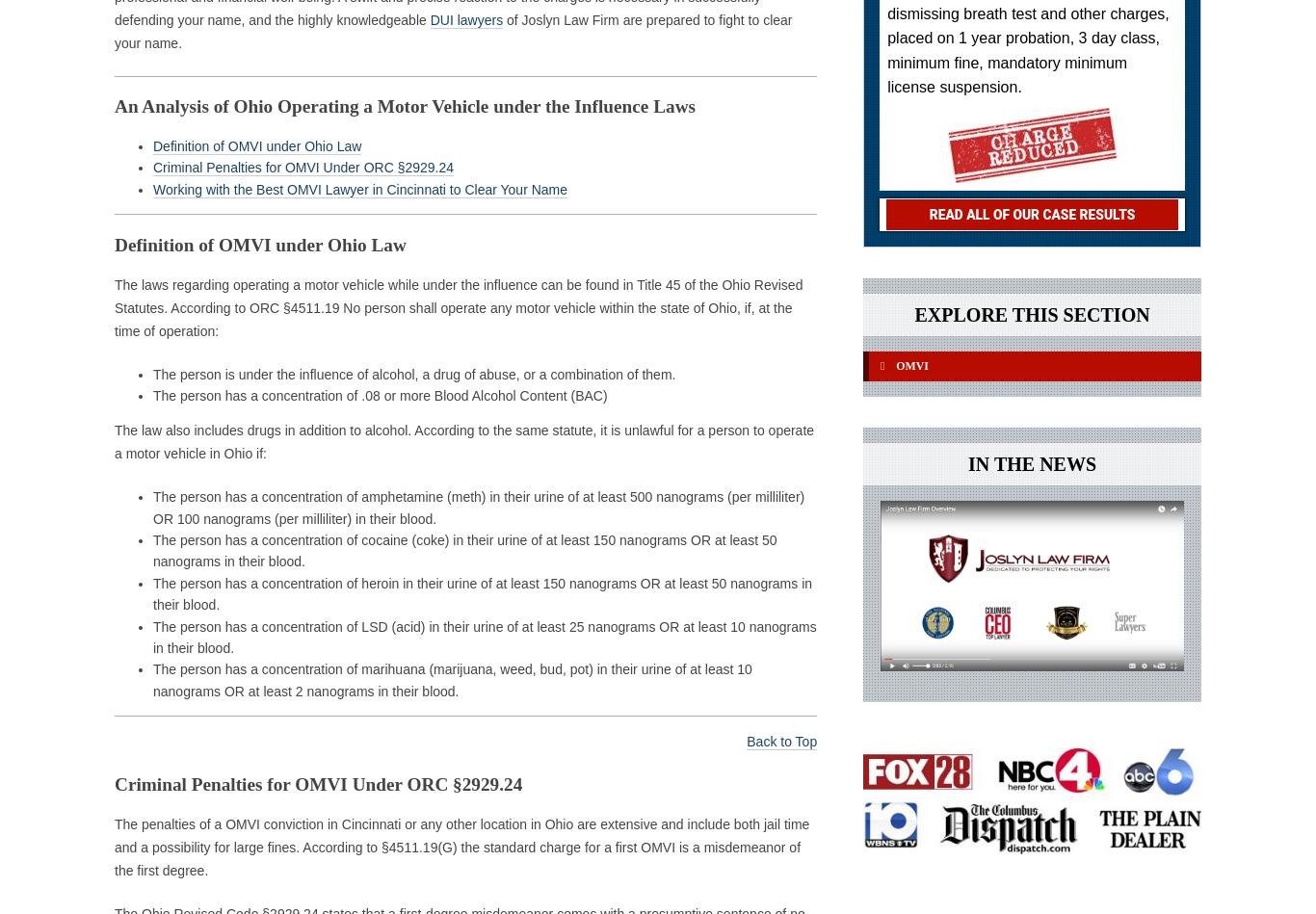 Image resolution: width=1316 pixels, height=914 pixels. What do you see at coordinates (1031, 472) in the screenshot?
I see `'In The News'` at bounding box center [1031, 472].